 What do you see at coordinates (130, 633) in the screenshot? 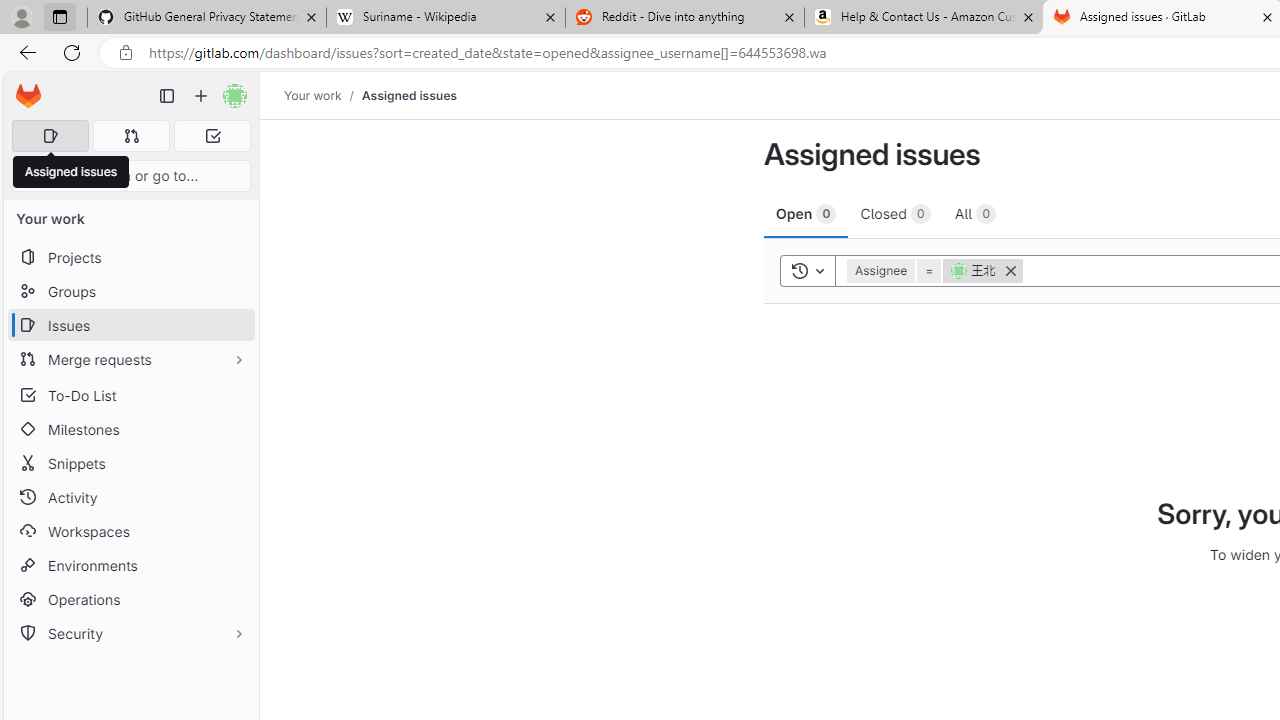
I see `'Security'` at bounding box center [130, 633].